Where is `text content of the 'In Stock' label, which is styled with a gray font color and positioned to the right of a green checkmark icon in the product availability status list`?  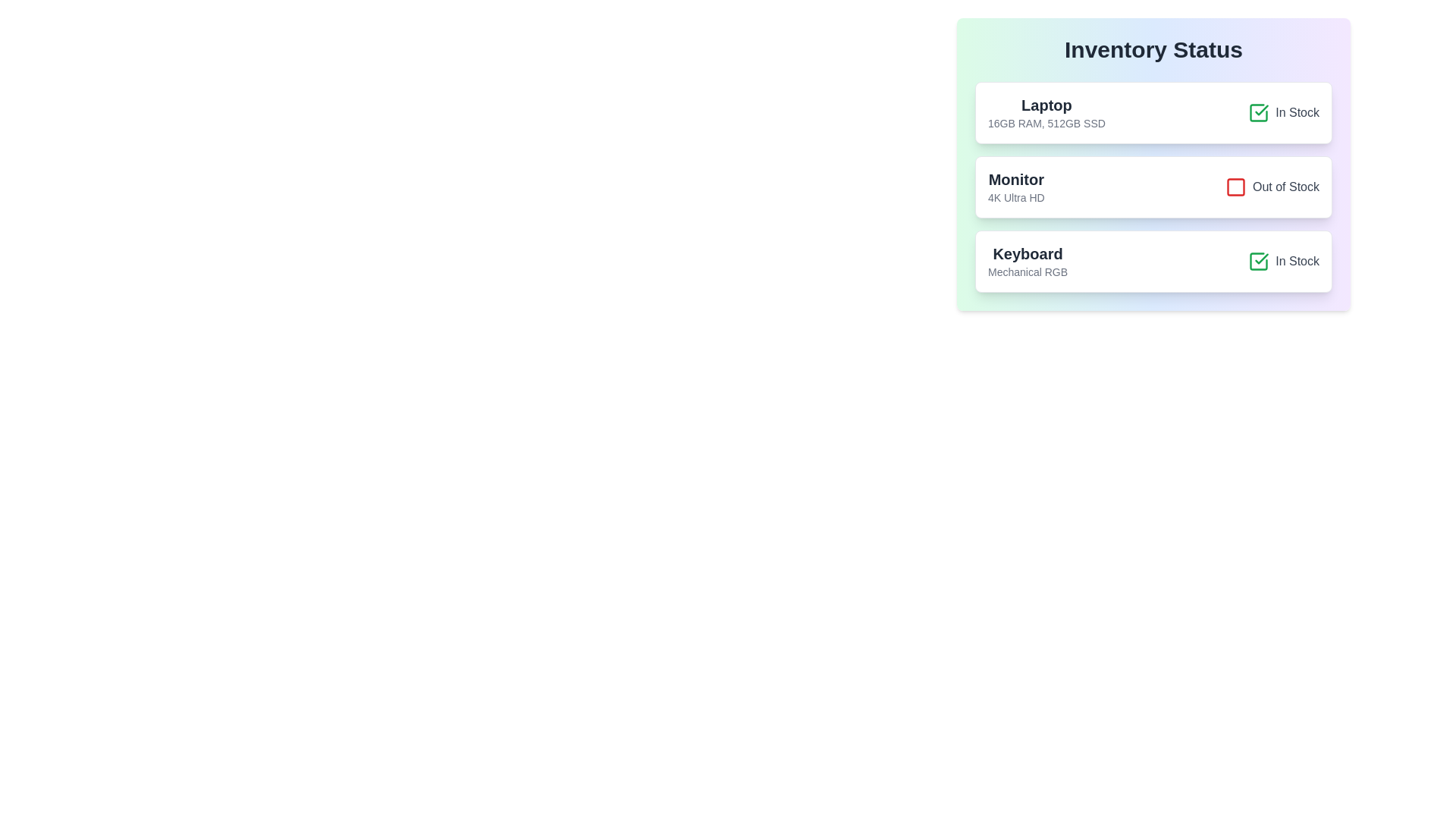 text content of the 'In Stock' label, which is styled with a gray font color and positioned to the right of a green checkmark icon in the product availability status list is located at coordinates (1297, 260).